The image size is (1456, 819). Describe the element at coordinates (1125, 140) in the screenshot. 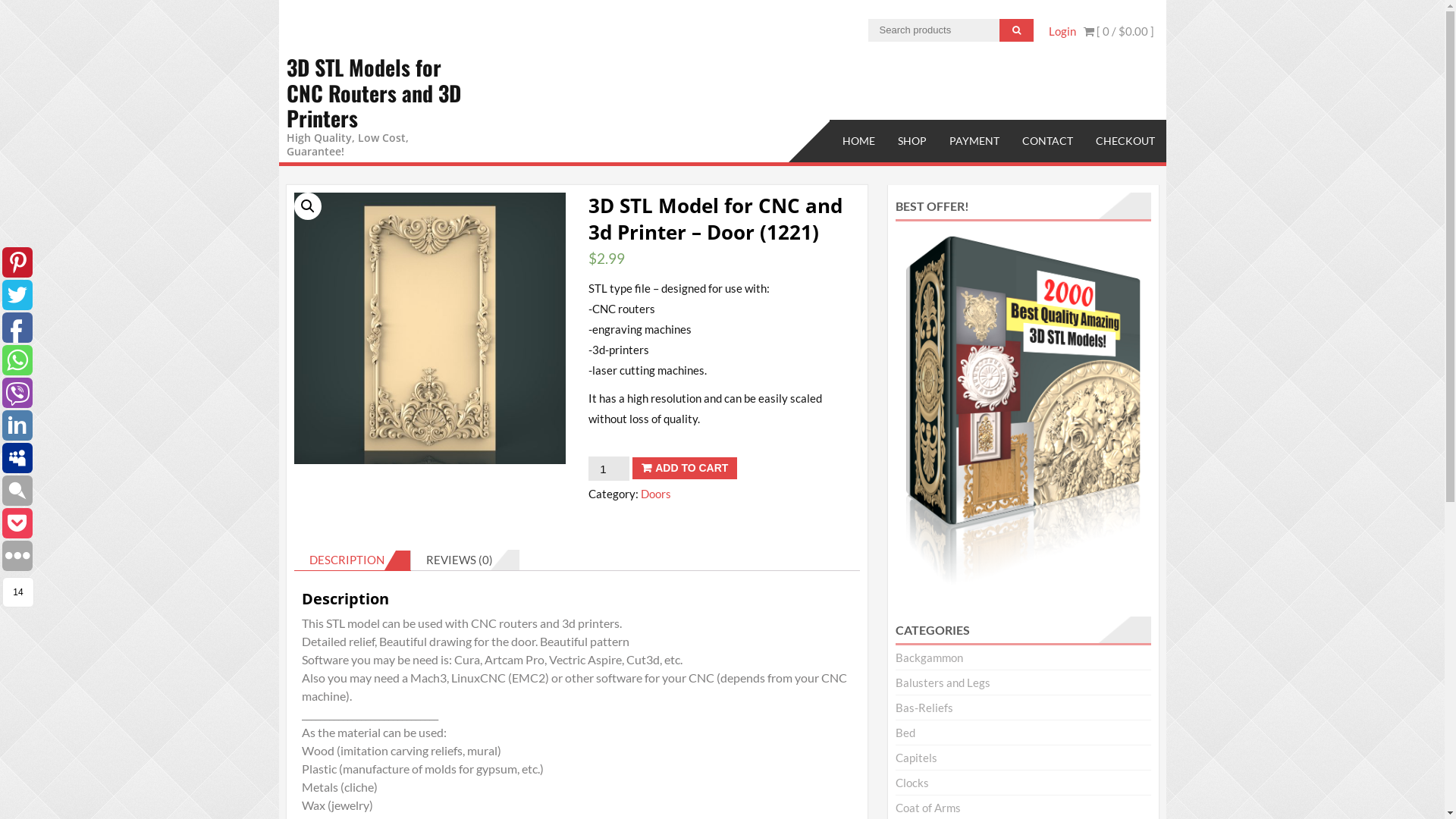

I see `'CHECKOUT'` at that location.